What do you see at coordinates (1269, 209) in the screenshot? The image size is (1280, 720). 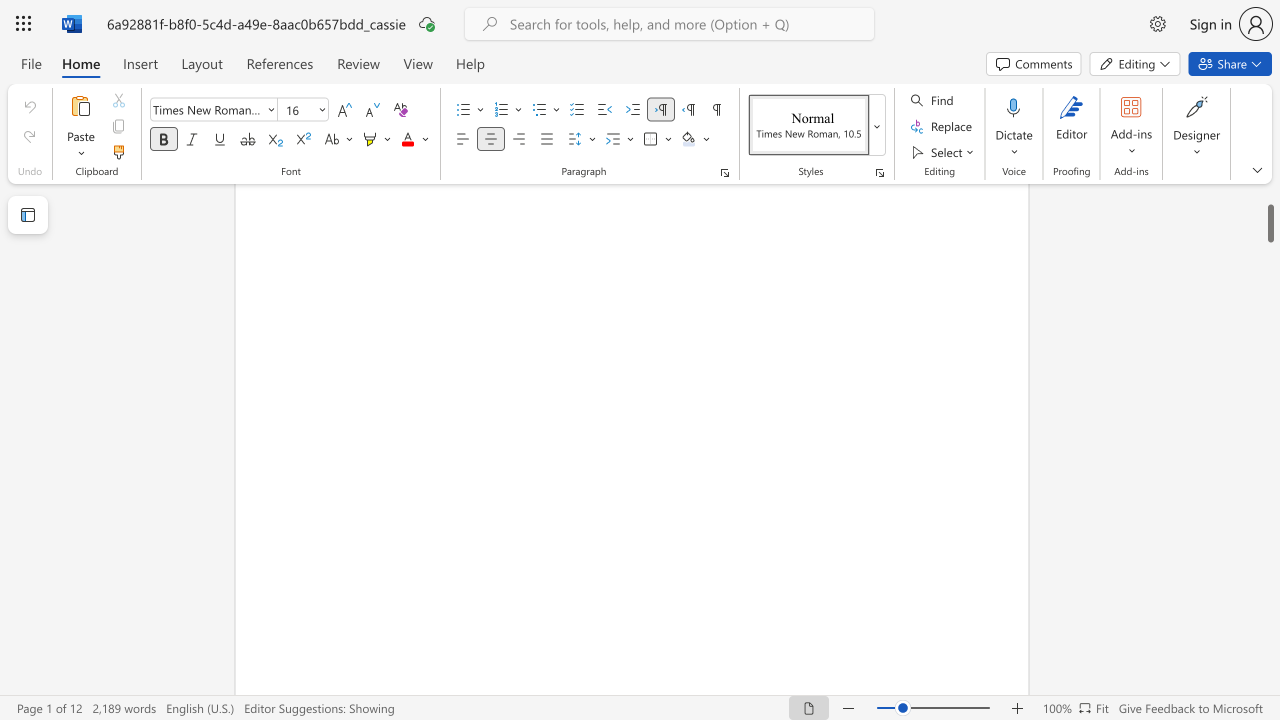 I see `the scrollbar and move up 290 pixels` at bounding box center [1269, 209].